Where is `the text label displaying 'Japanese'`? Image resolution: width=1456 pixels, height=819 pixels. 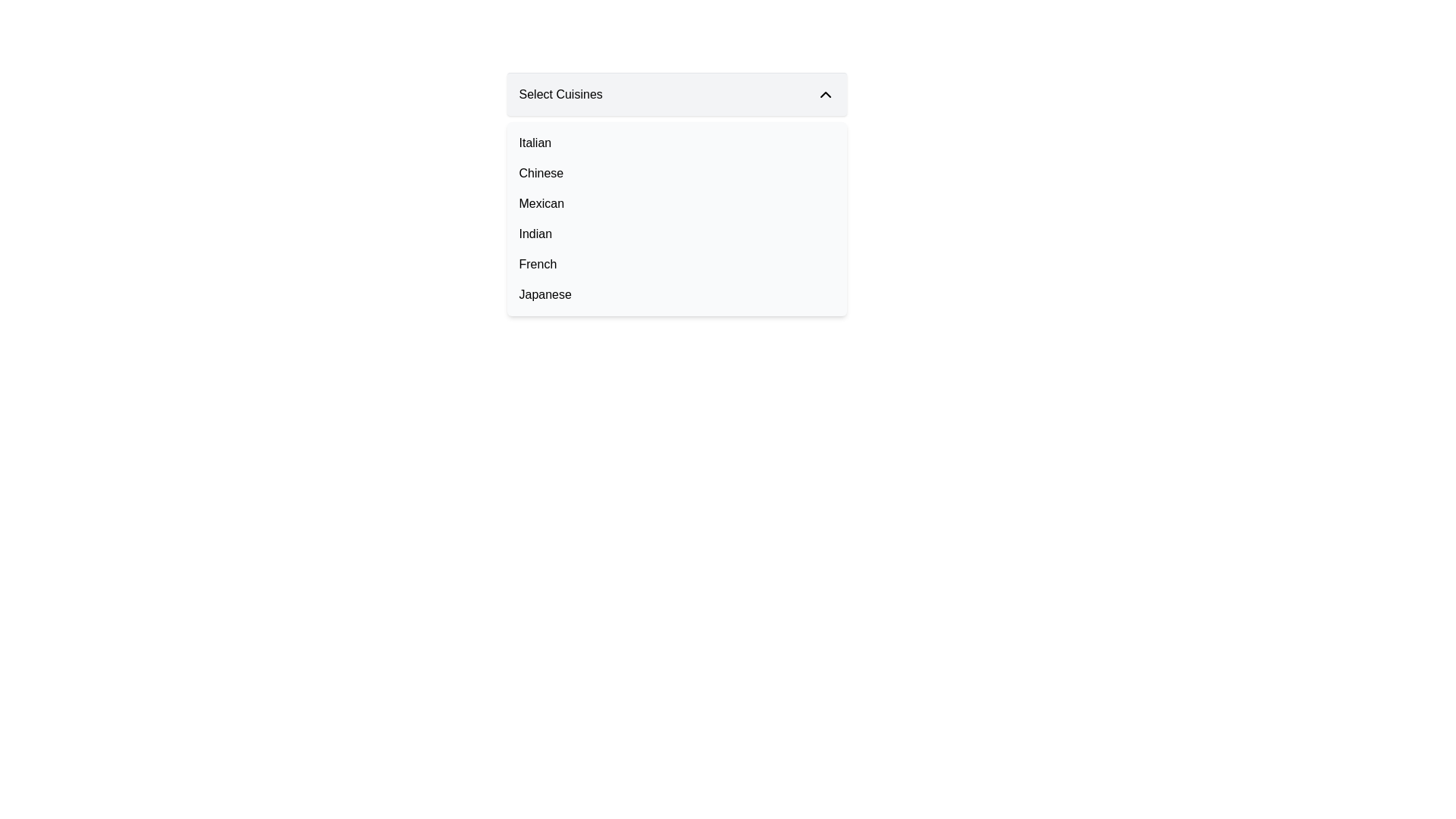
the text label displaying 'Japanese' is located at coordinates (545, 295).